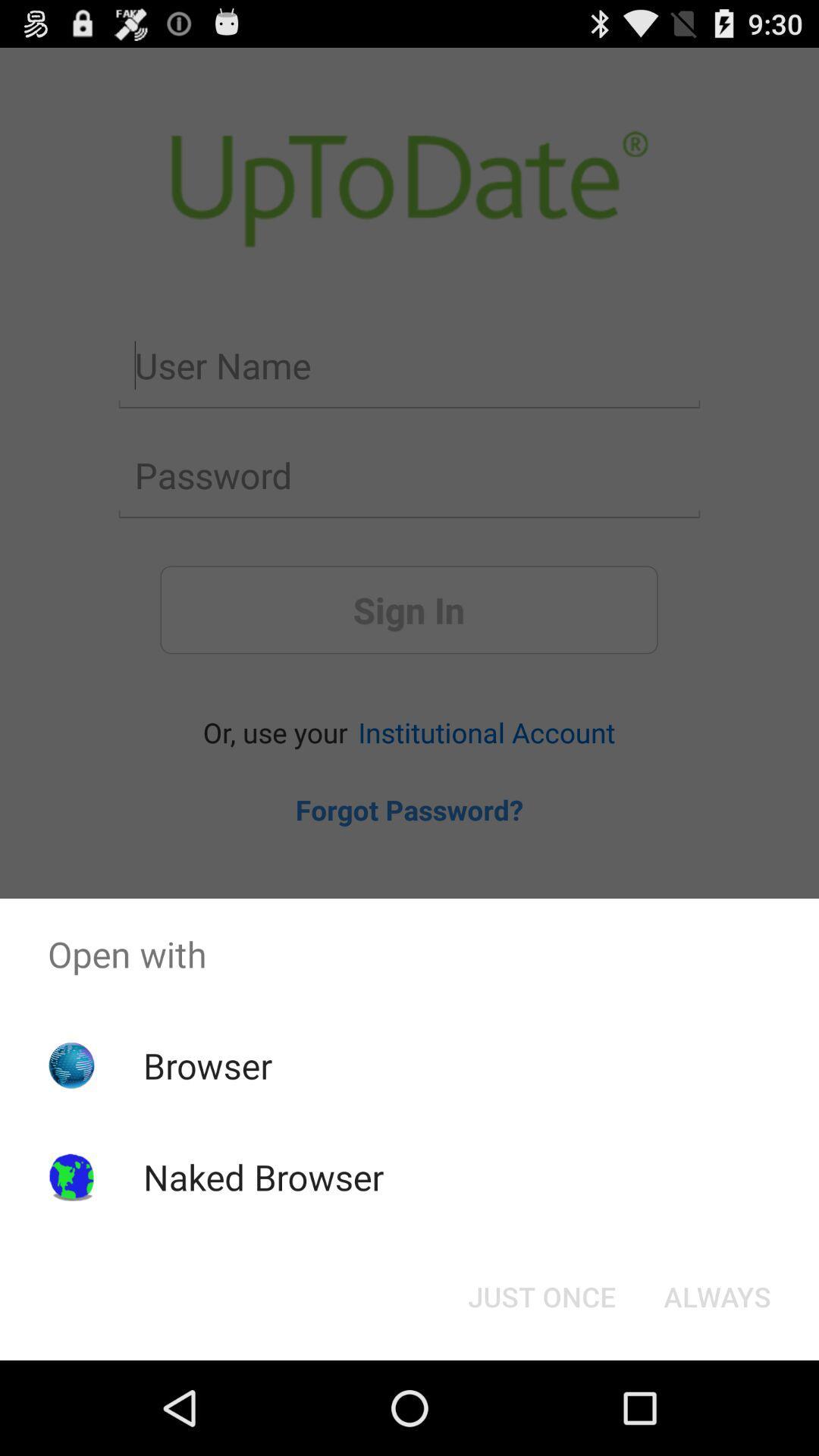  I want to click on the icon next to the just once, so click(717, 1295).